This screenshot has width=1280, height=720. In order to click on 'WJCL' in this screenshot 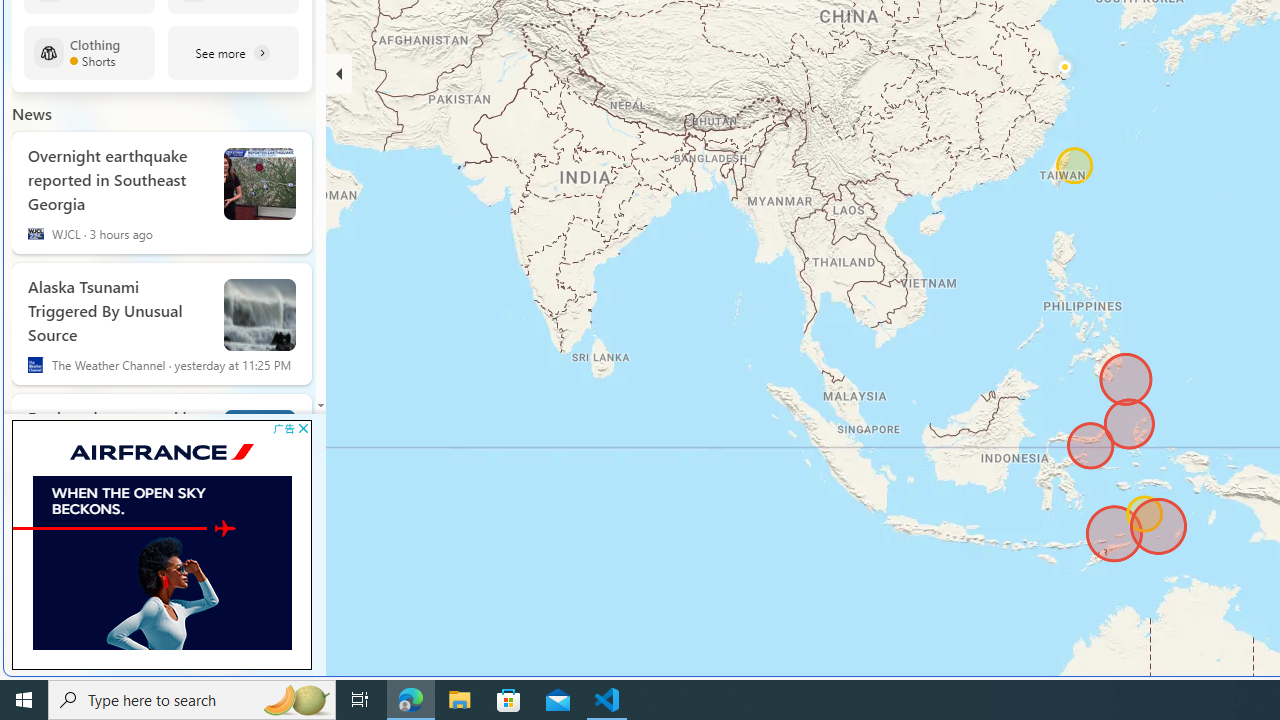, I will do `click(35, 233)`.